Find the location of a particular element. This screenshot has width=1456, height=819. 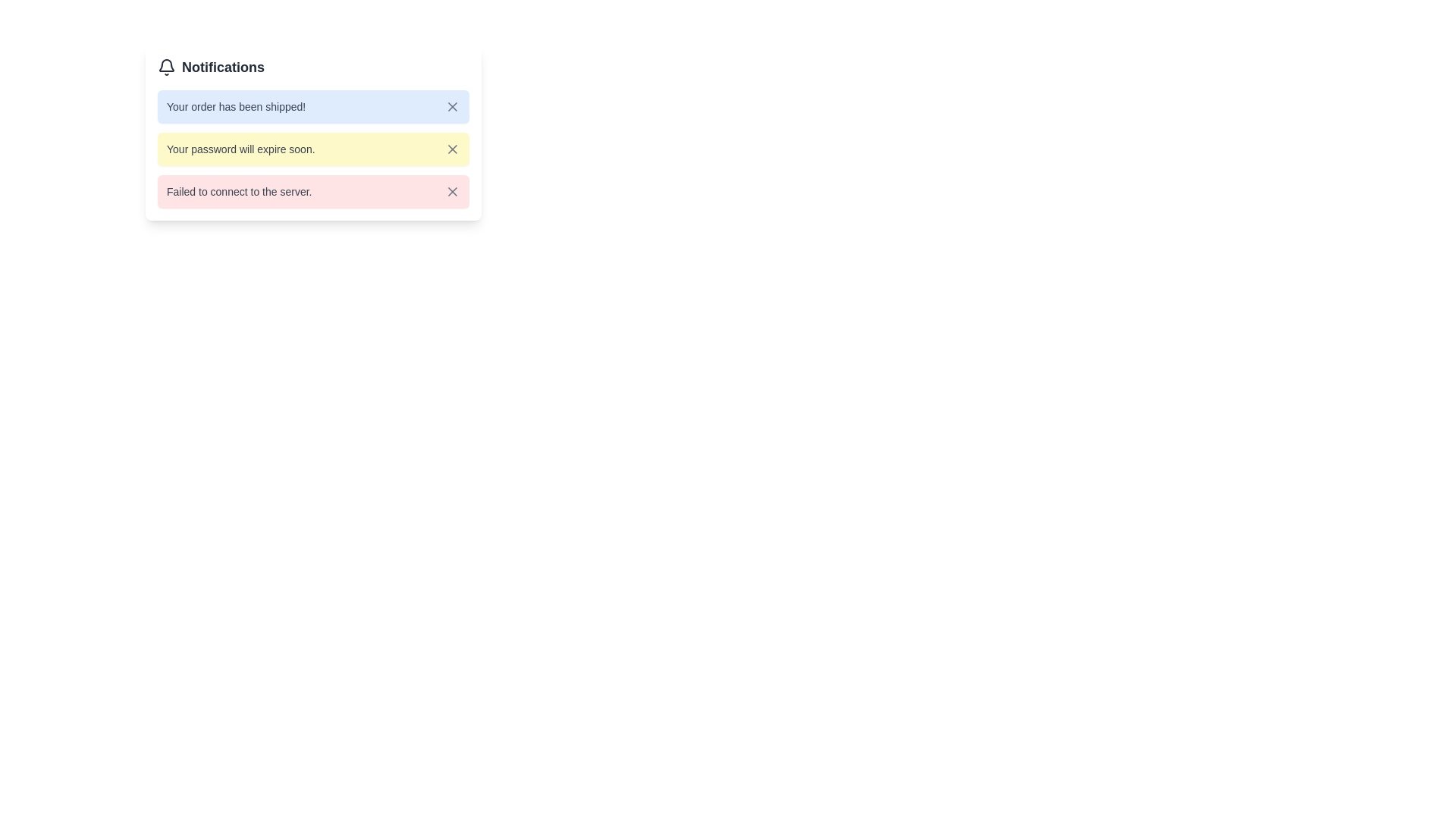

the second notification message in the notification panel titled 'Notifications', which is styled as a light yellow rounded rectangle and is positioned between a blue-tinted message above and a red-tinted message below is located at coordinates (312, 149).